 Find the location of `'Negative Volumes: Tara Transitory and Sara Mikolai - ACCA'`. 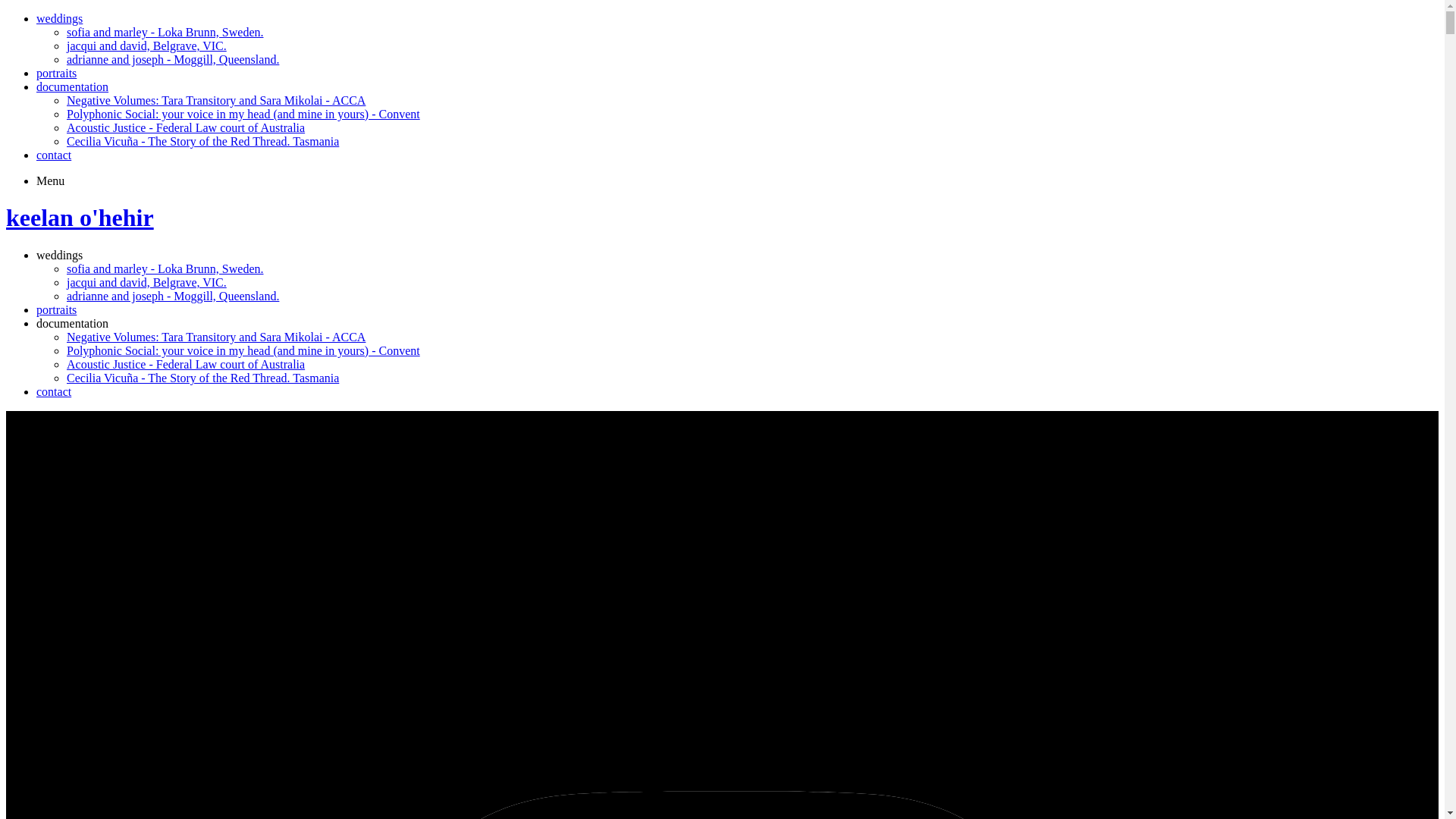

'Negative Volumes: Tara Transitory and Sara Mikolai - ACCA' is located at coordinates (215, 100).